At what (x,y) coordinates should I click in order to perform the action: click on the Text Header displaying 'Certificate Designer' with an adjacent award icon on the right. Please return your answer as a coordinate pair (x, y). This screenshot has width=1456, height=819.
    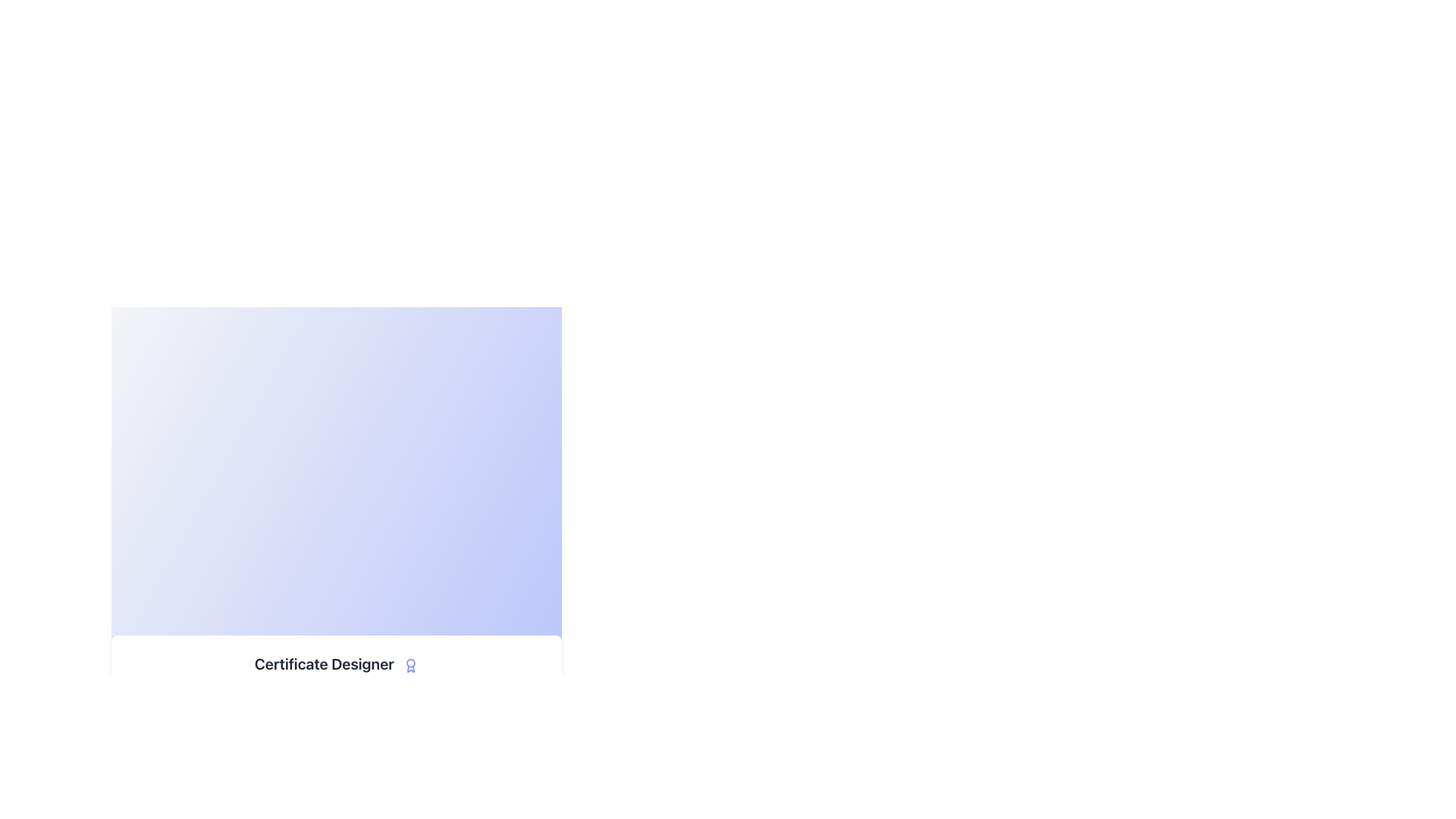
    Looking at the image, I should click on (336, 663).